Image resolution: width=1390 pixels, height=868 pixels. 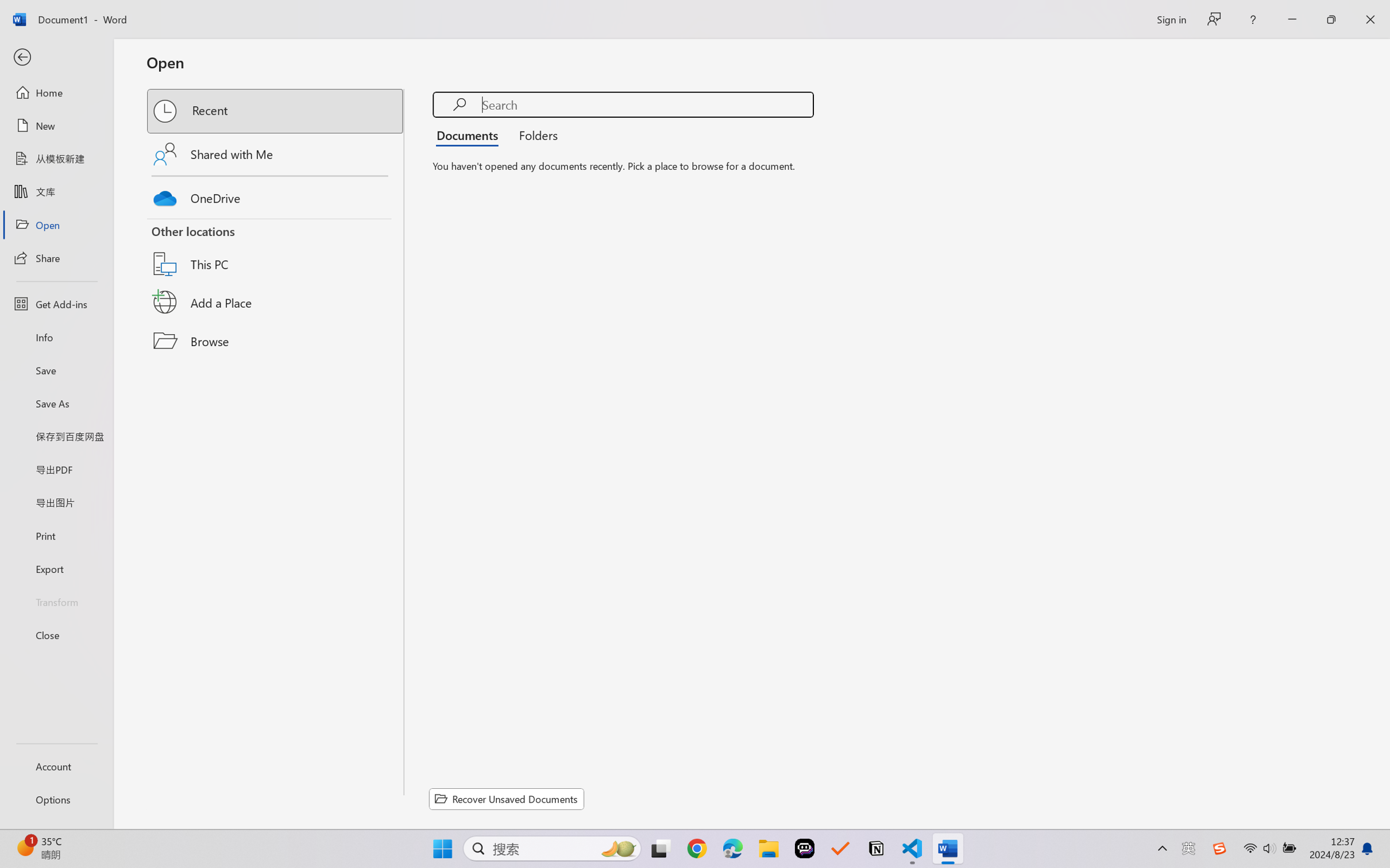 What do you see at coordinates (56, 568) in the screenshot?
I see `'Export'` at bounding box center [56, 568].